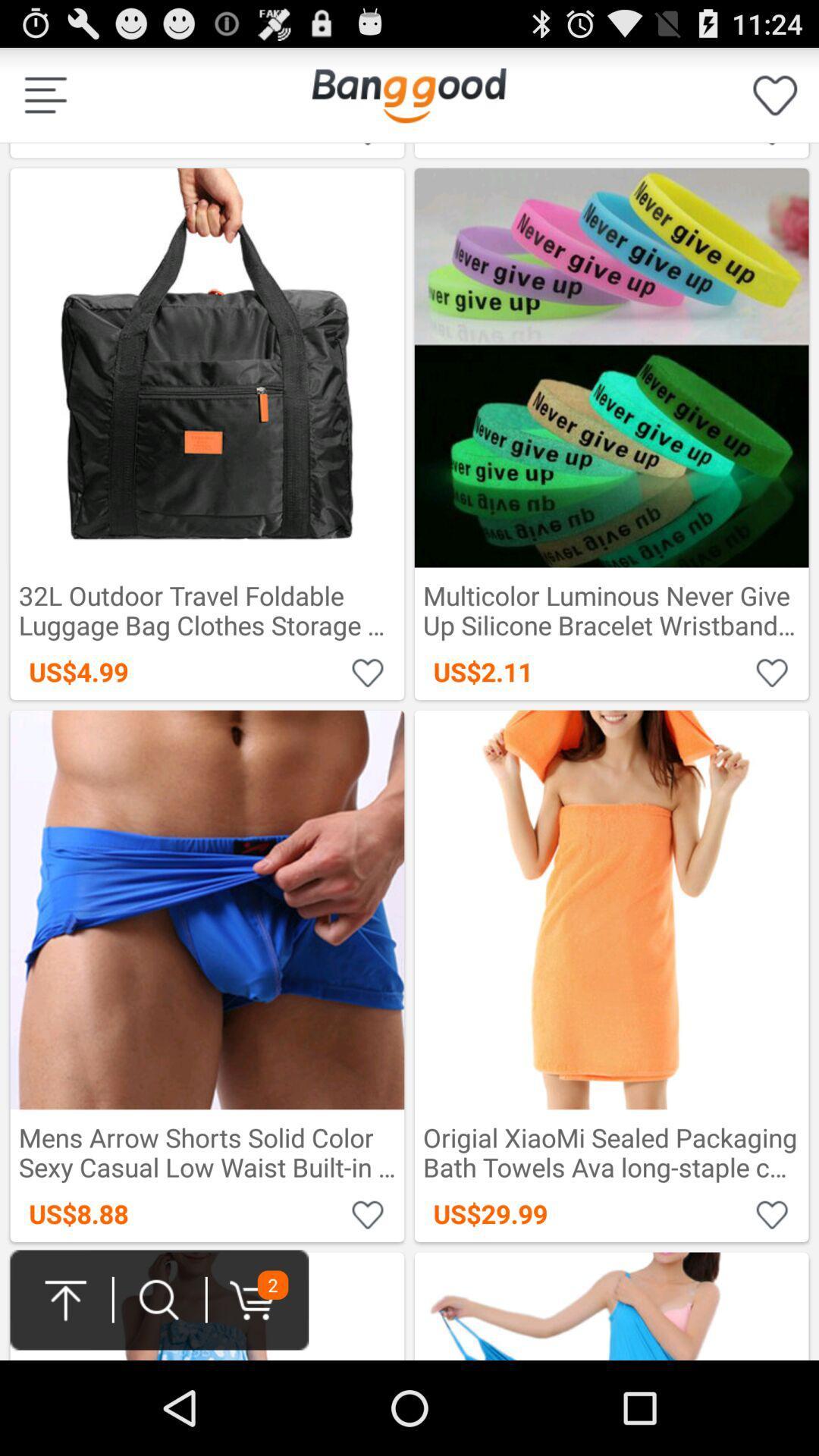 The width and height of the screenshot is (819, 1456). What do you see at coordinates (368, 671) in the screenshot?
I see `mark as favorite` at bounding box center [368, 671].